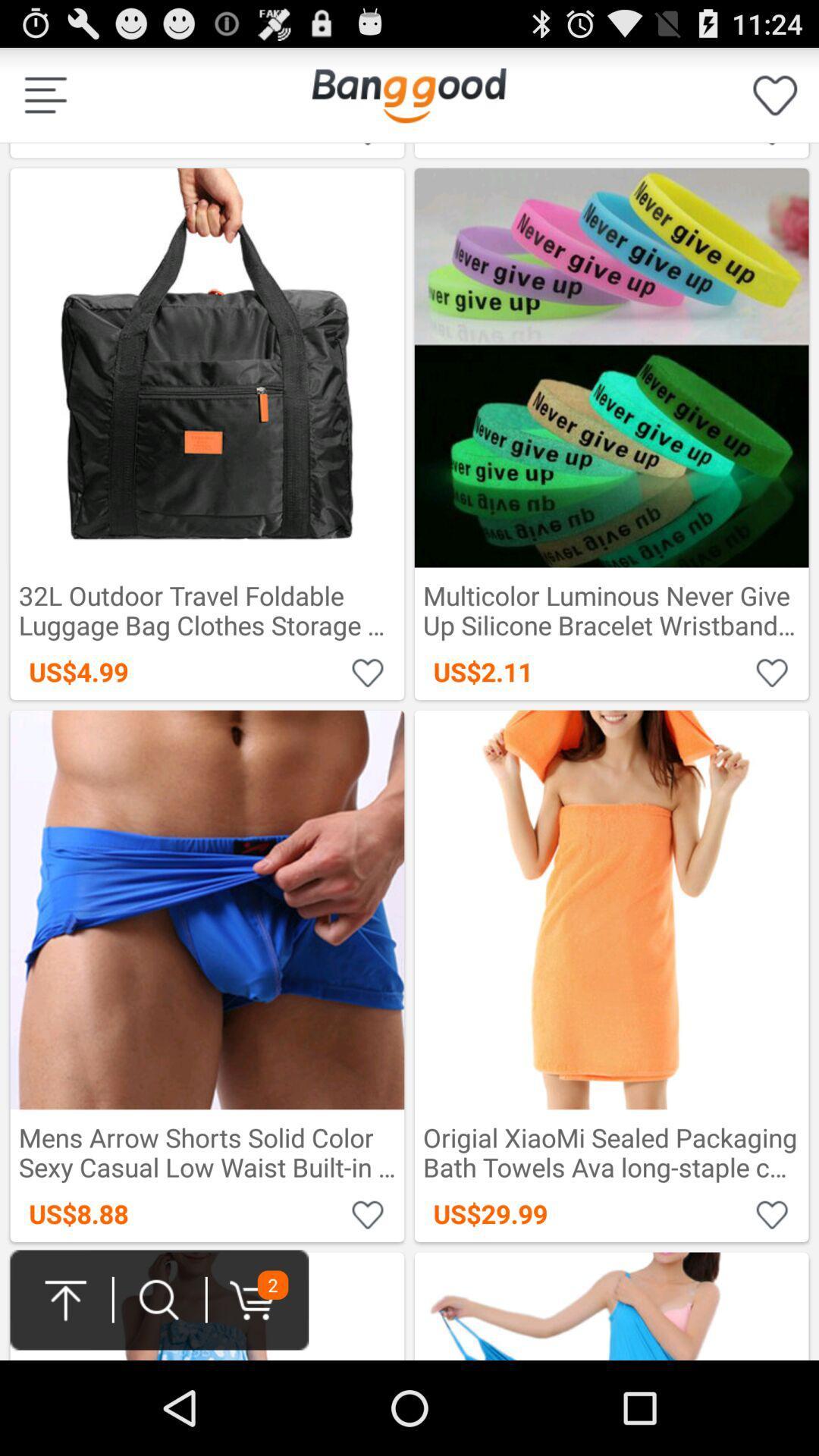 The width and height of the screenshot is (819, 1456). What do you see at coordinates (368, 671) in the screenshot?
I see `mark as favorite` at bounding box center [368, 671].